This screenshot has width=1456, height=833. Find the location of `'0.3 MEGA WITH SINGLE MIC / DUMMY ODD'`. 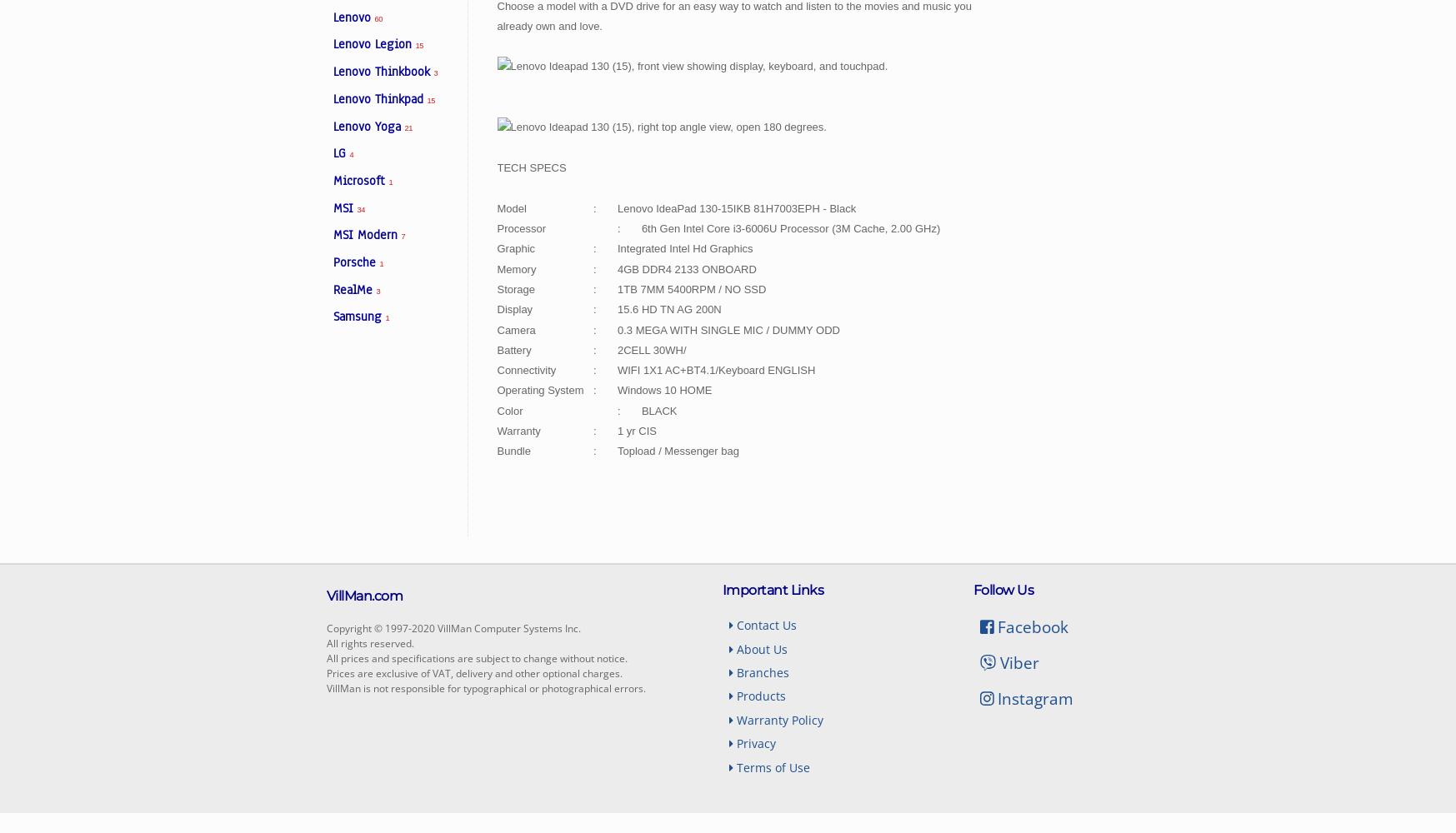

'0.3 MEGA WITH SINGLE MIC / DUMMY ODD' is located at coordinates (728, 329).